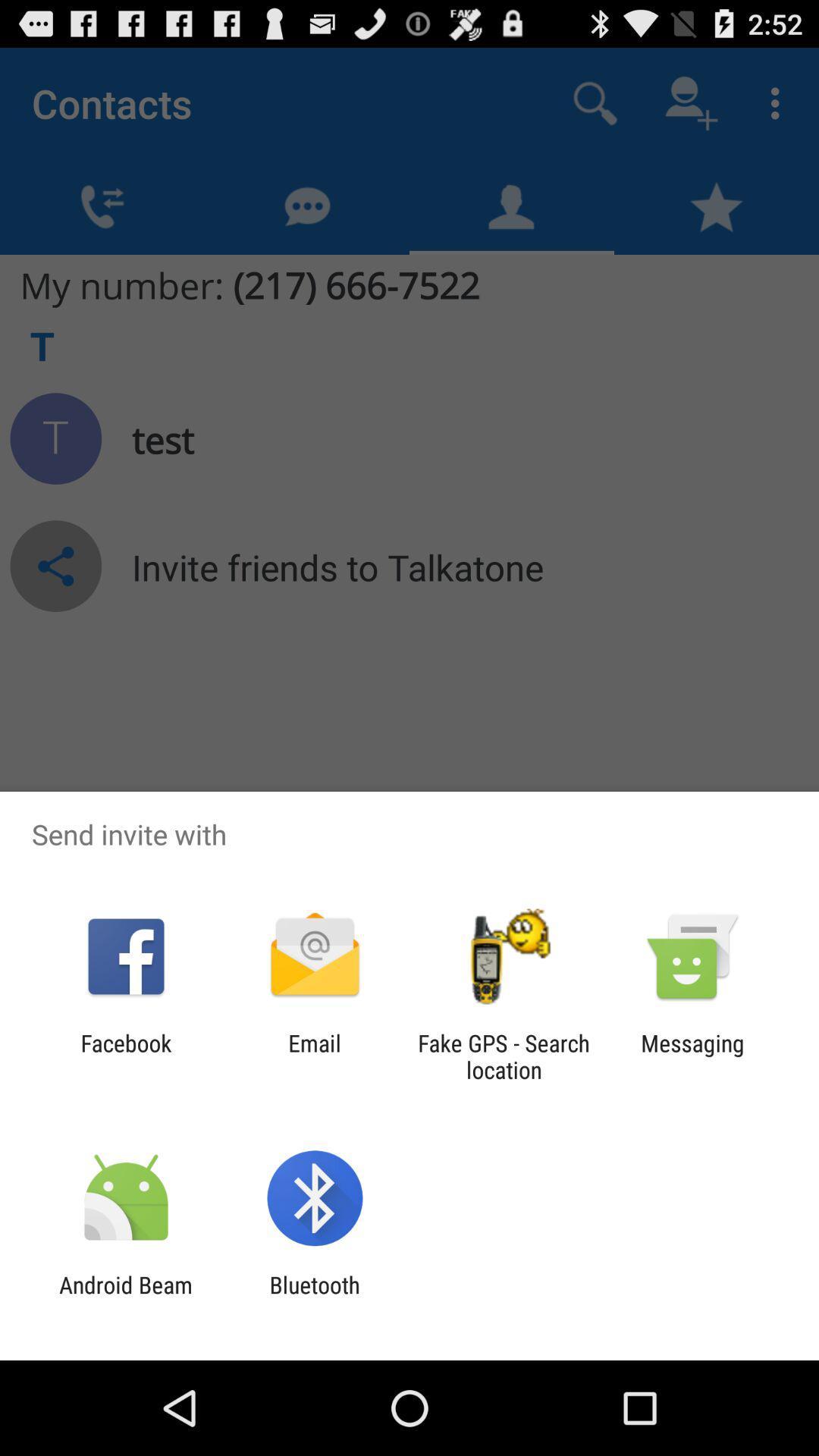 This screenshot has width=819, height=1456. I want to click on the item at the bottom right corner, so click(692, 1056).